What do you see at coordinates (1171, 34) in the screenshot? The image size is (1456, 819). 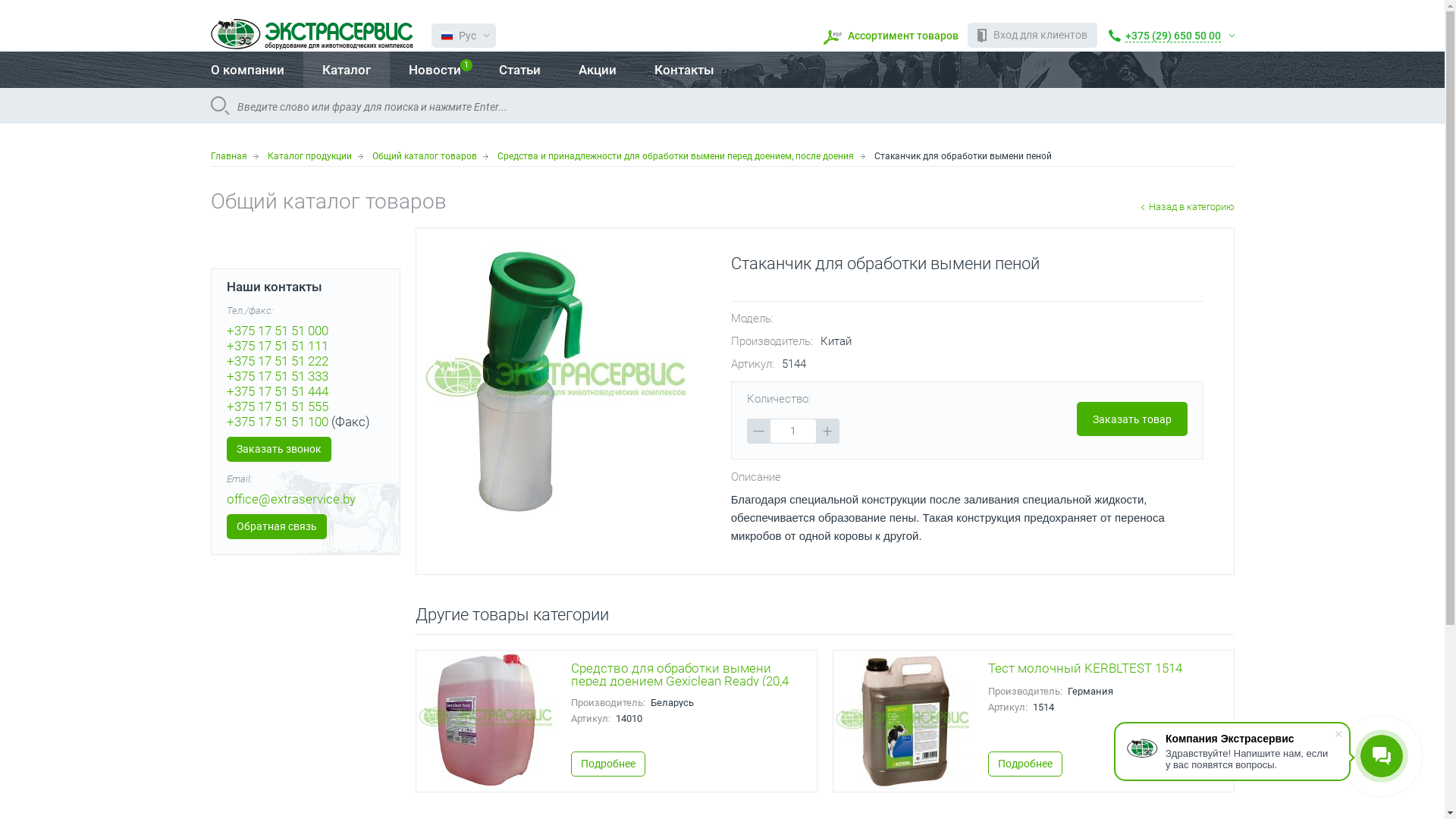 I see `'+375 (29) 650 50 00'` at bounding box center [1171, 34].